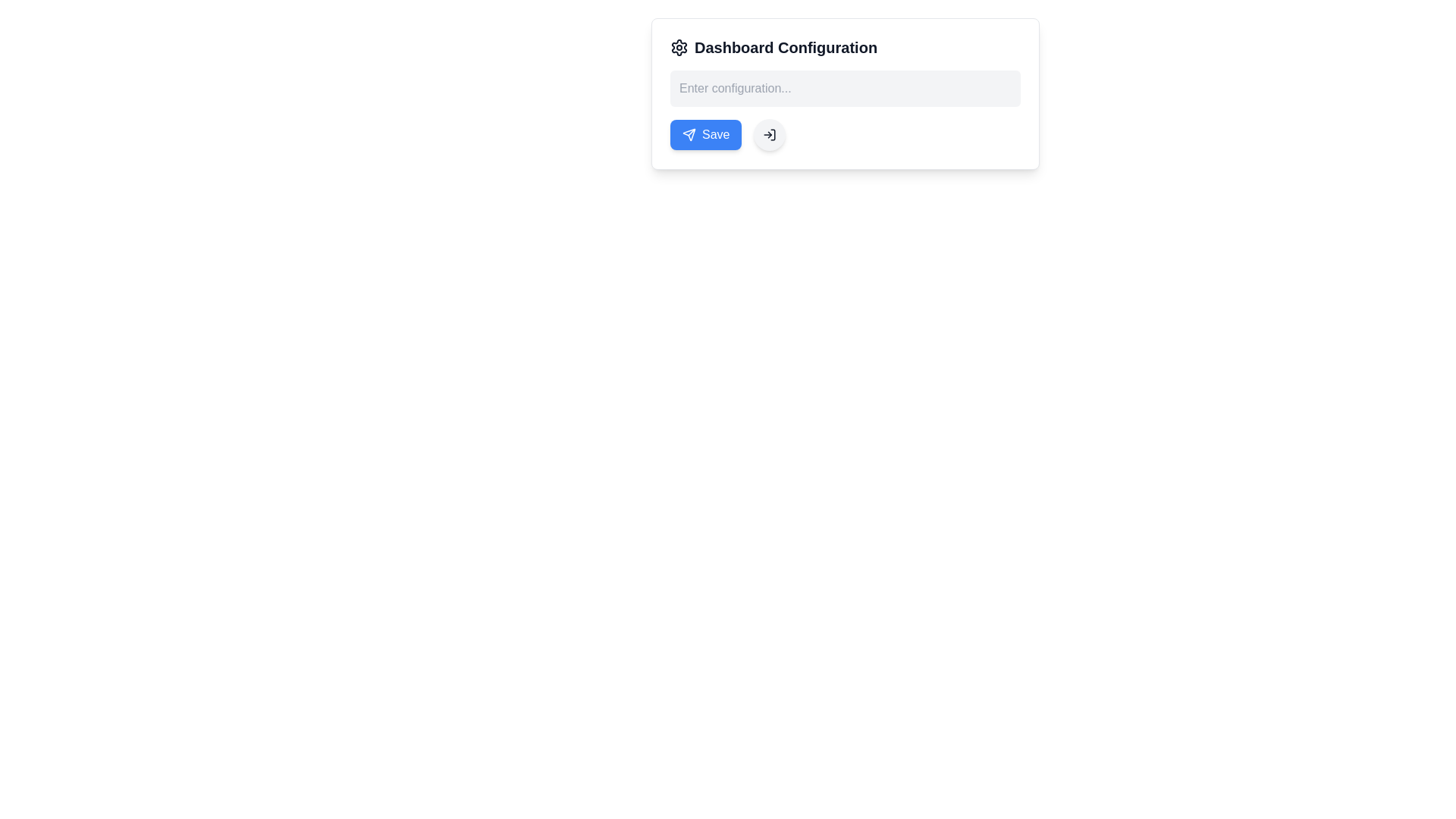  I want to click on the circular button with a light gray background and an icon of a rightward arrow entering a doorway, located to the right of the 'Save' button in the configuration dialog box, so click(770, 133).